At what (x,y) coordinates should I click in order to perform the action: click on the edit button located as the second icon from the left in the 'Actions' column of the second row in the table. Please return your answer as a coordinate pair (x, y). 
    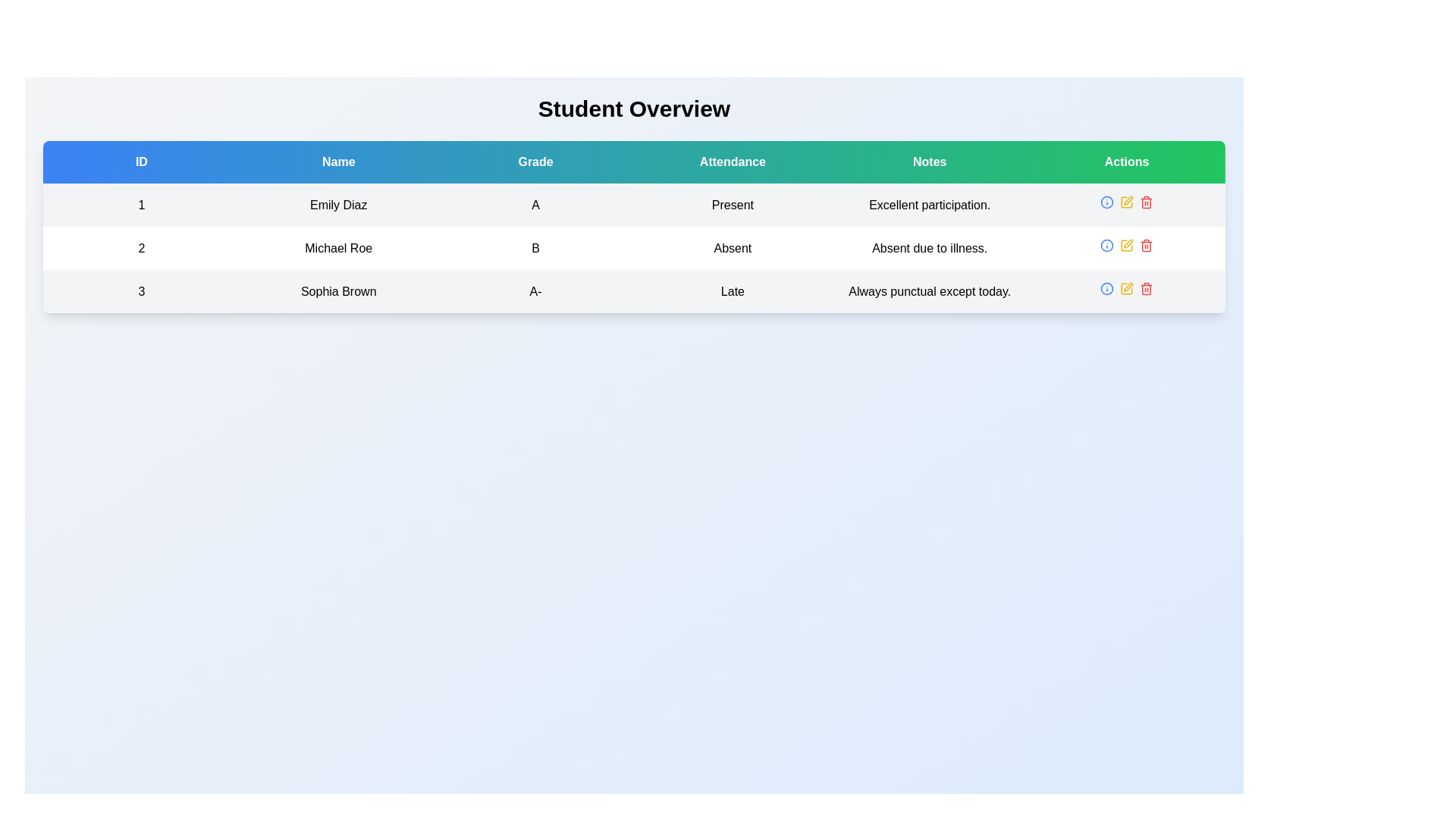
    Looking at the image, I should click on (1127, 245).